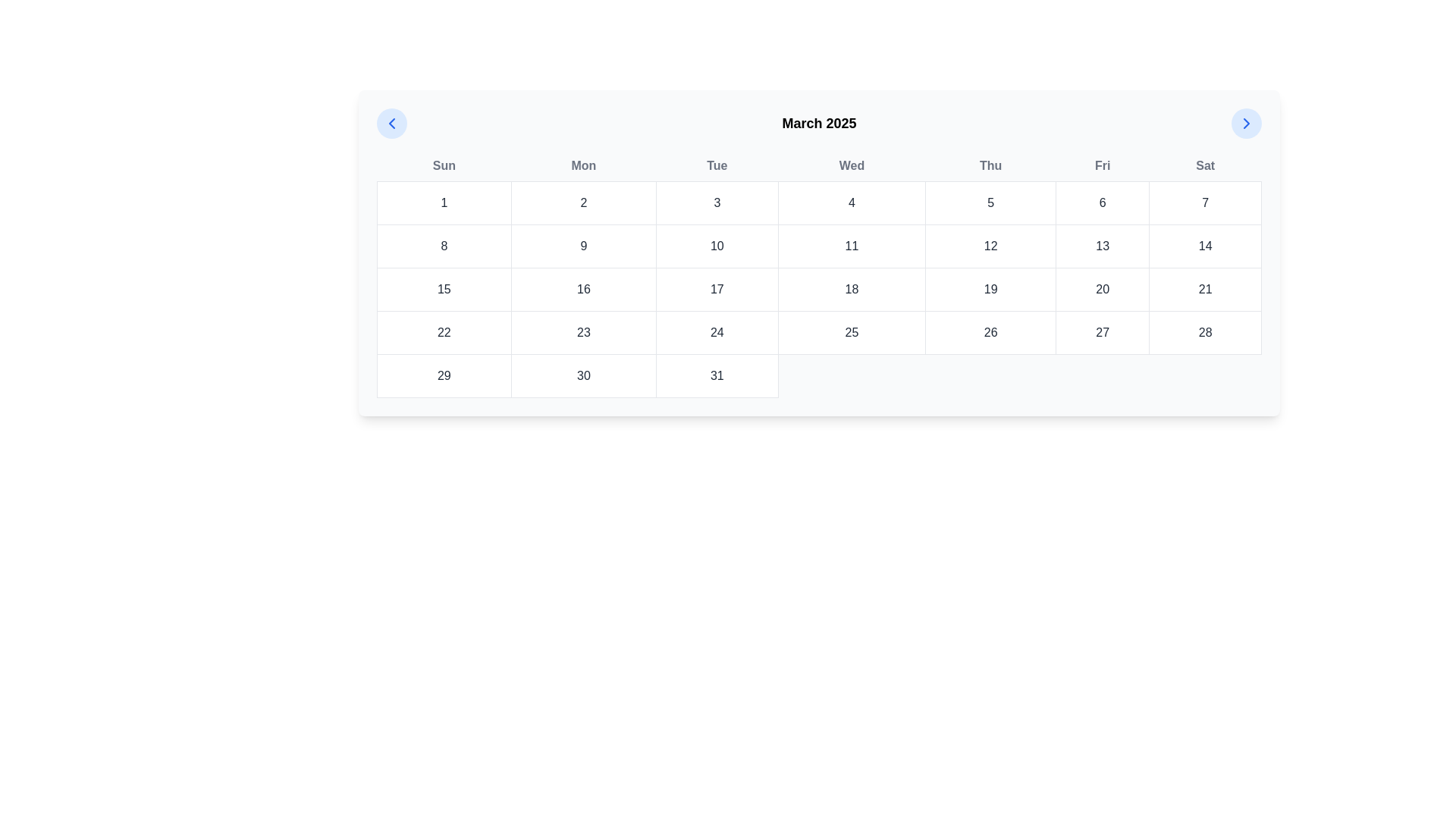  What do you see at coordinates (990, 166) in the screenshot?
I see `the text label displaying 'Thu' in gray on a white background, located in the header section of the calendar layout` at bounding box center [990, 166].